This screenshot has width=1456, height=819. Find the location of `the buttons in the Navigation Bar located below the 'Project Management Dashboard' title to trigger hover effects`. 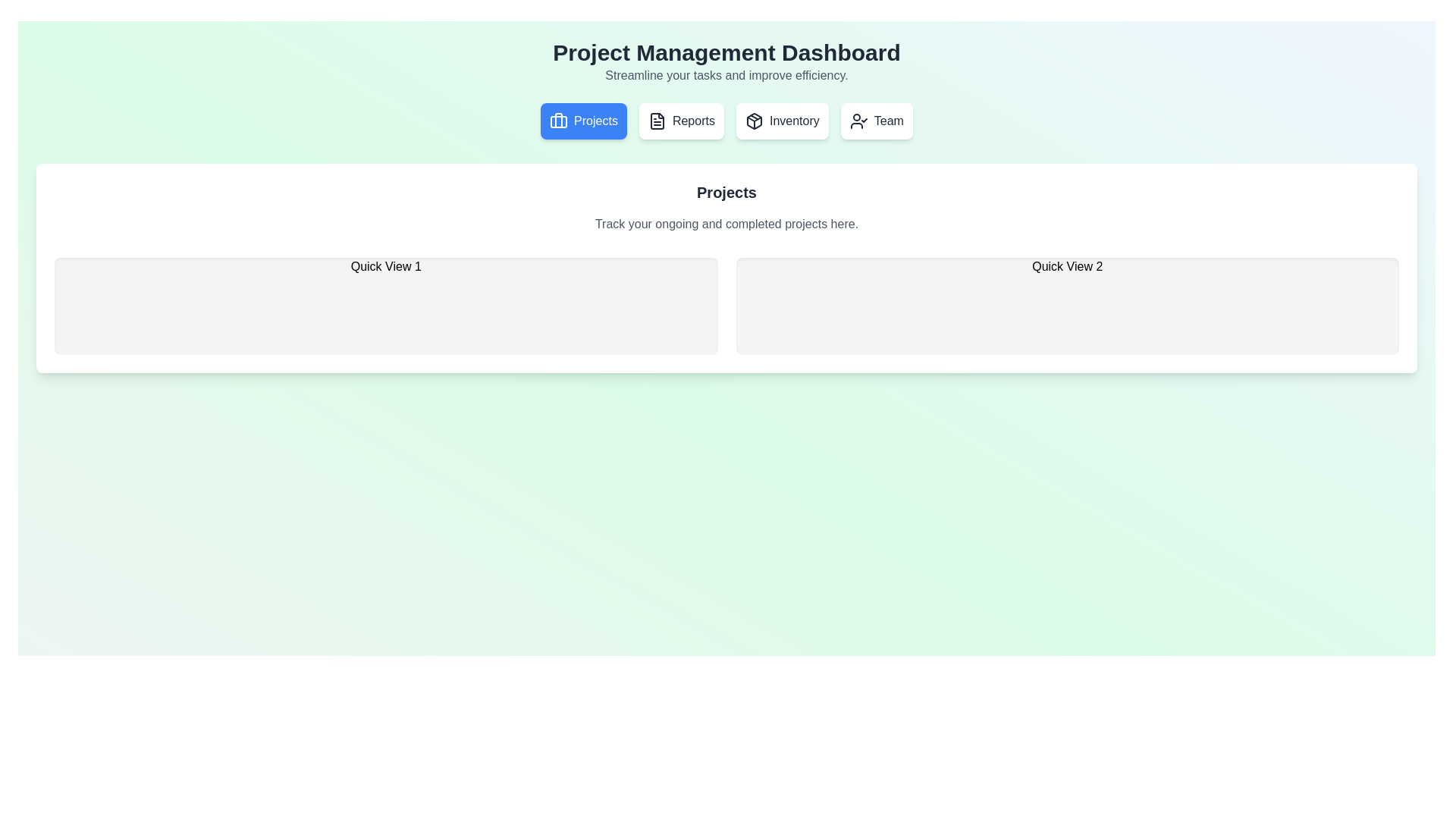

the buttons in the Navigation Bar located below the 'Project Management Dashboard' title to trigger hover effects is located at coordinates (726, 120).